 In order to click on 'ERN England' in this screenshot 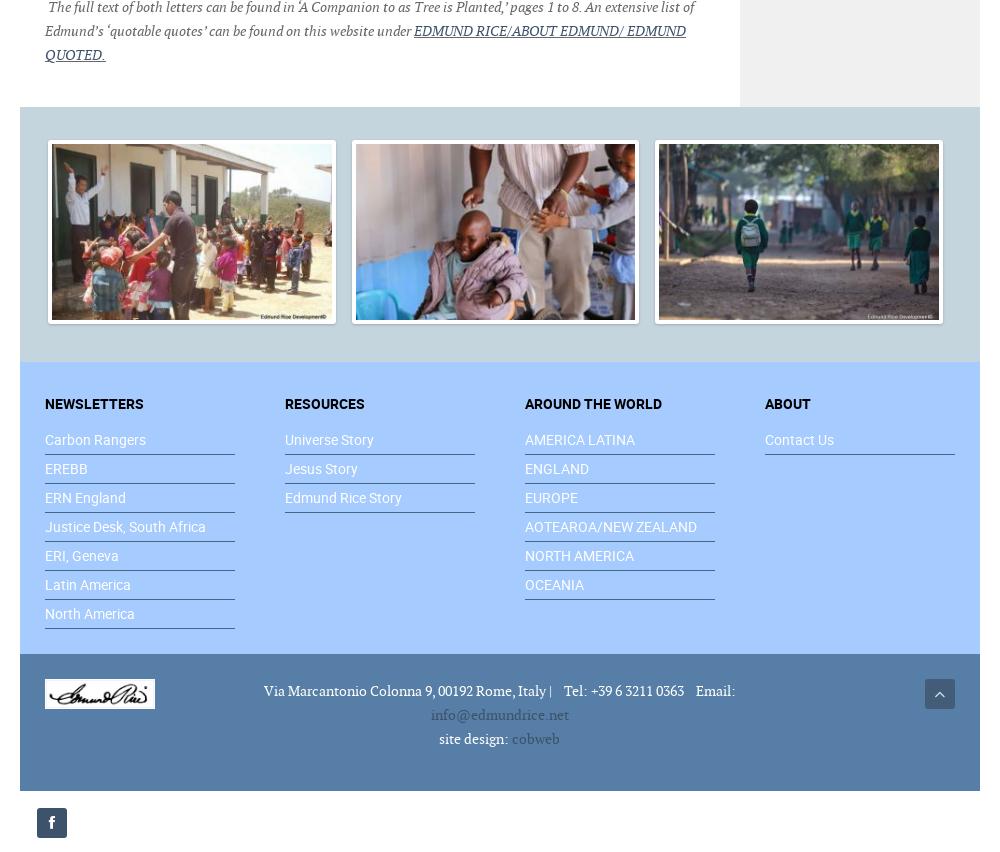, I will do `click(84, 496)`.